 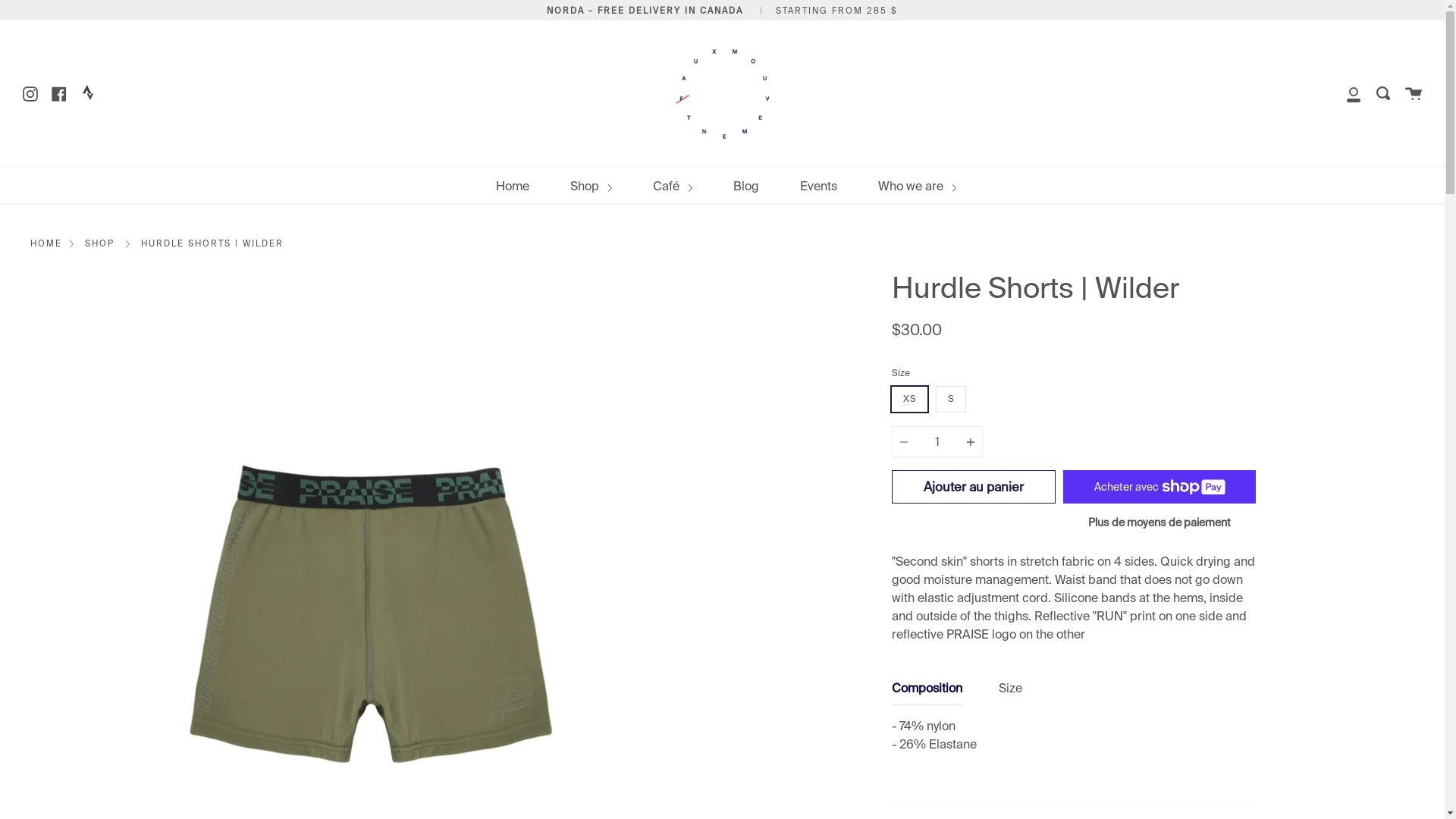 What do you see at coordinates (1062, 522) in the screenshot?
I see `'Plus de moyens de paiement'` at bounding box center [1062, 522].